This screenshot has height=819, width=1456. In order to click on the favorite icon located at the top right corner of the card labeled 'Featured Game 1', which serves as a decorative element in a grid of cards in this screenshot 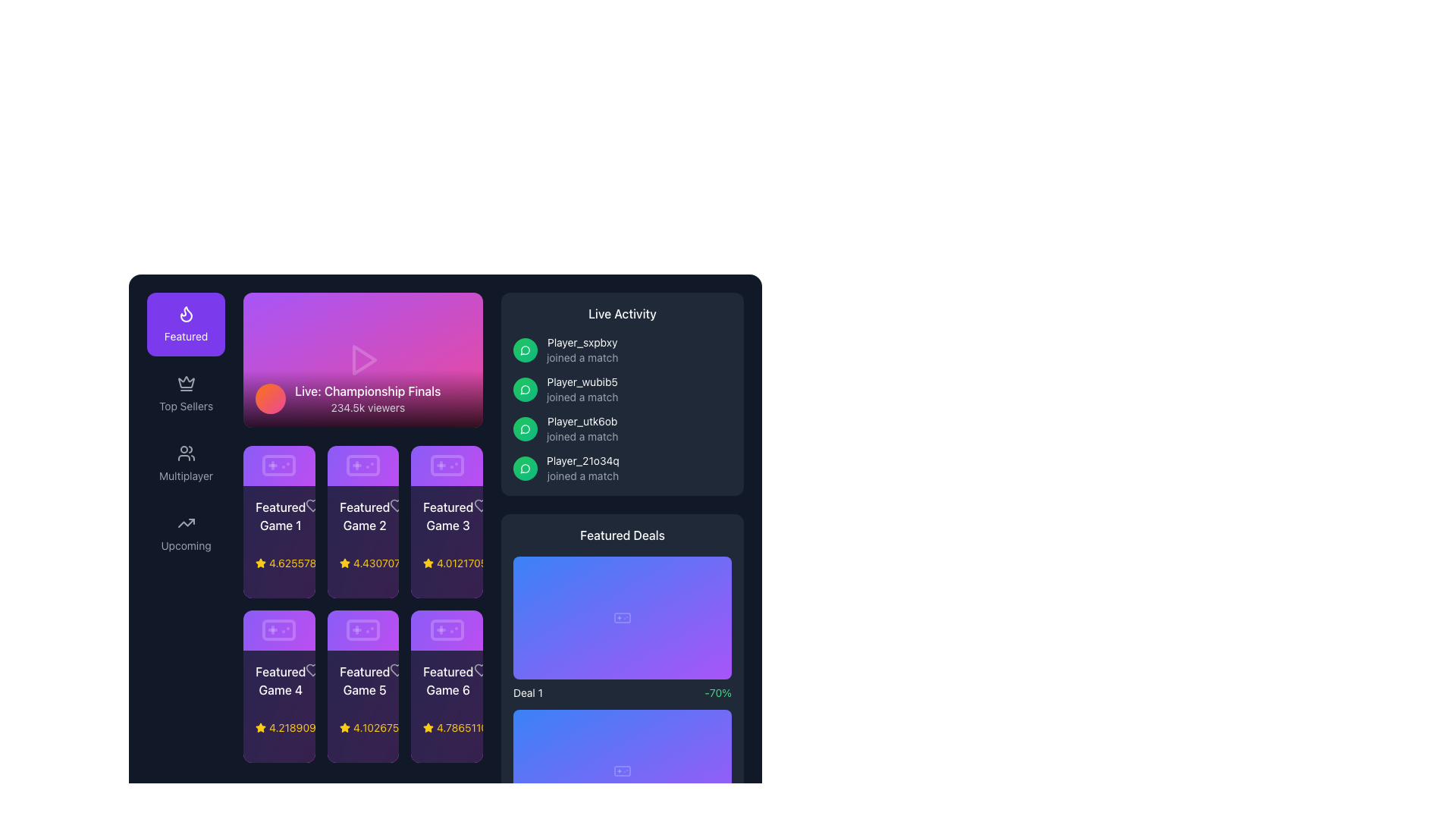, I will do `click(312, 505)`.